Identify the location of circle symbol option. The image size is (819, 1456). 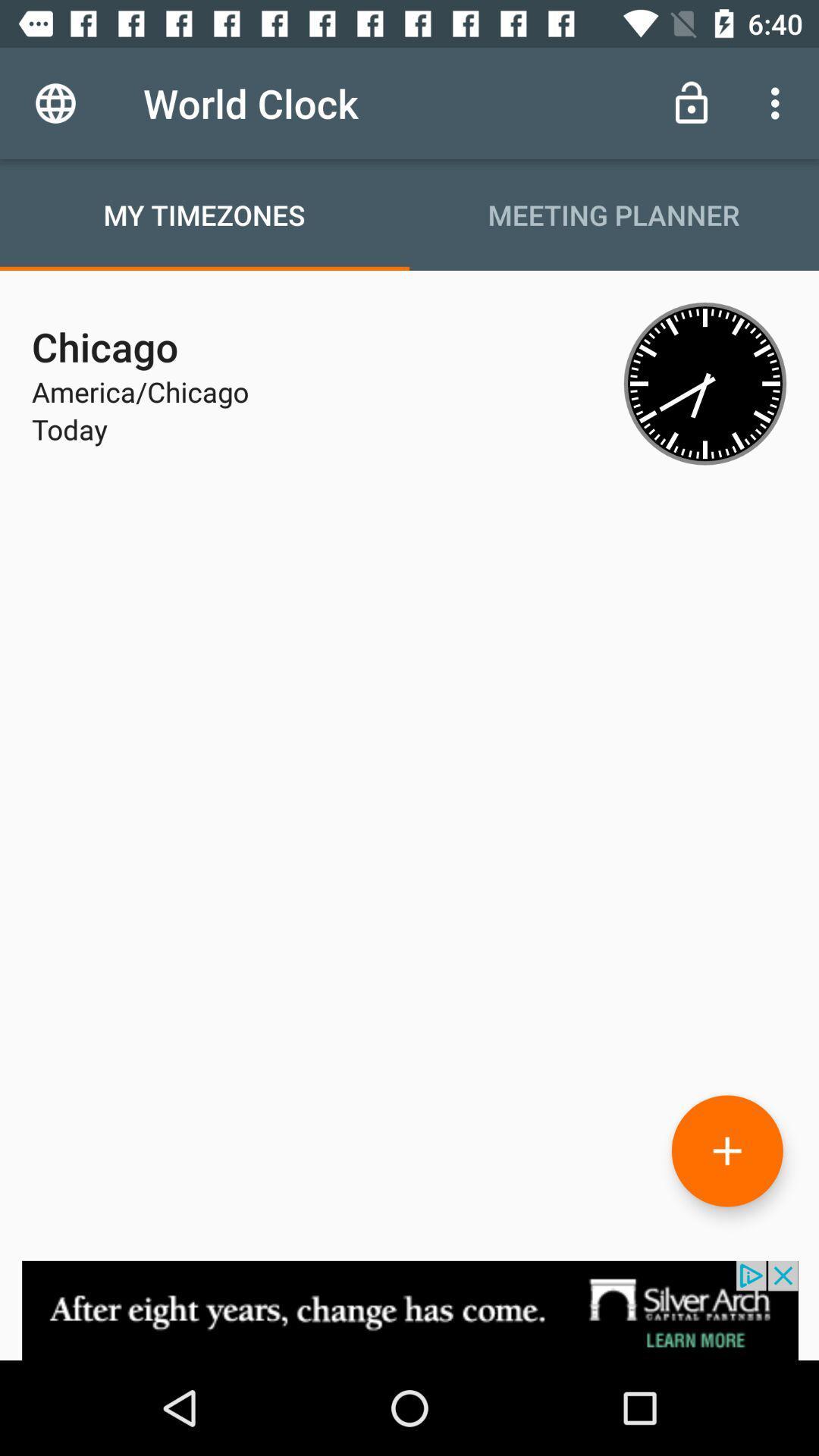
(726, 1150).